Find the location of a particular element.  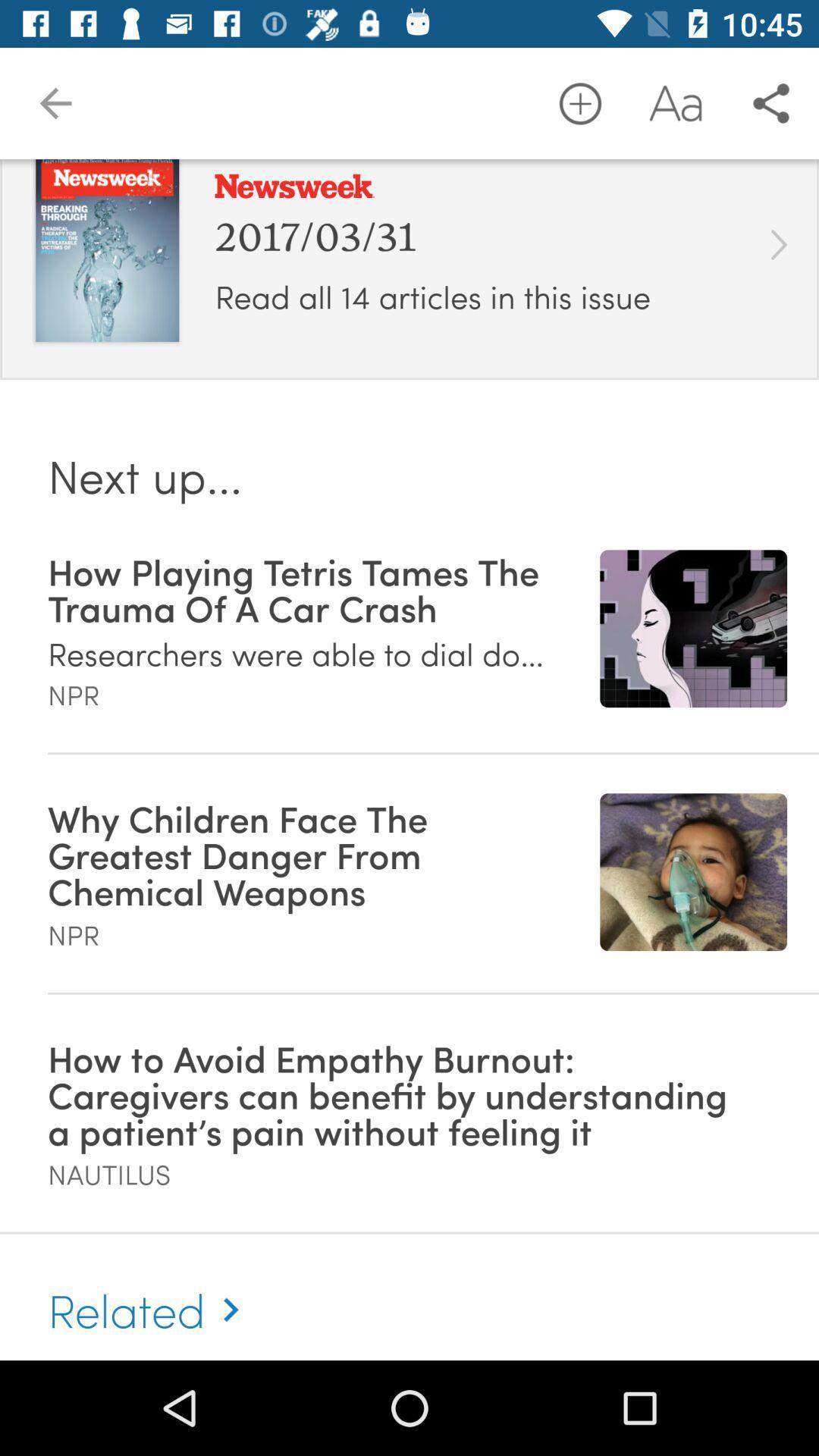

the related item is located at coordinates (150, 1292).